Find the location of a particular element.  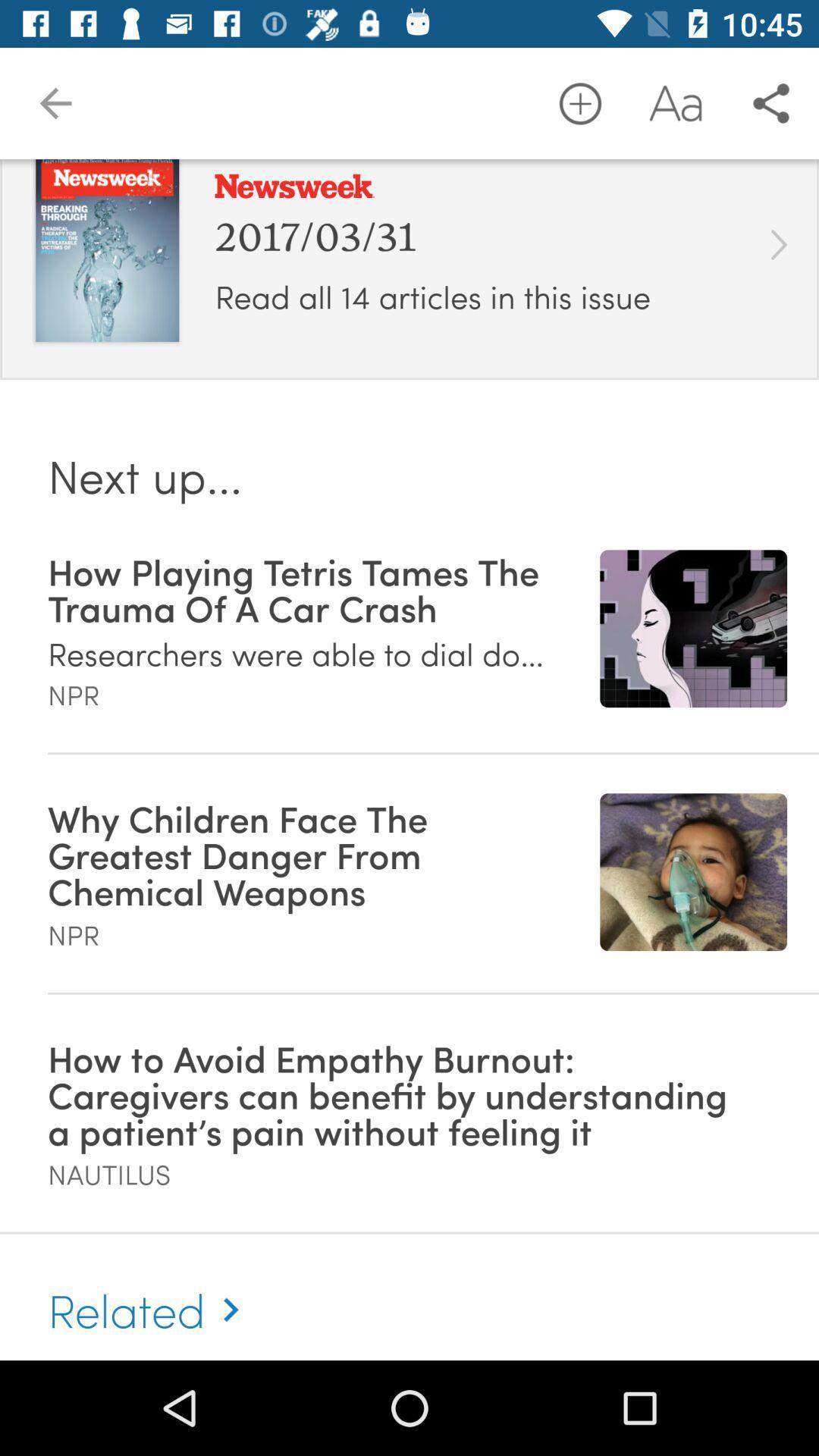

the related item is located at coordinates (150, 1292).